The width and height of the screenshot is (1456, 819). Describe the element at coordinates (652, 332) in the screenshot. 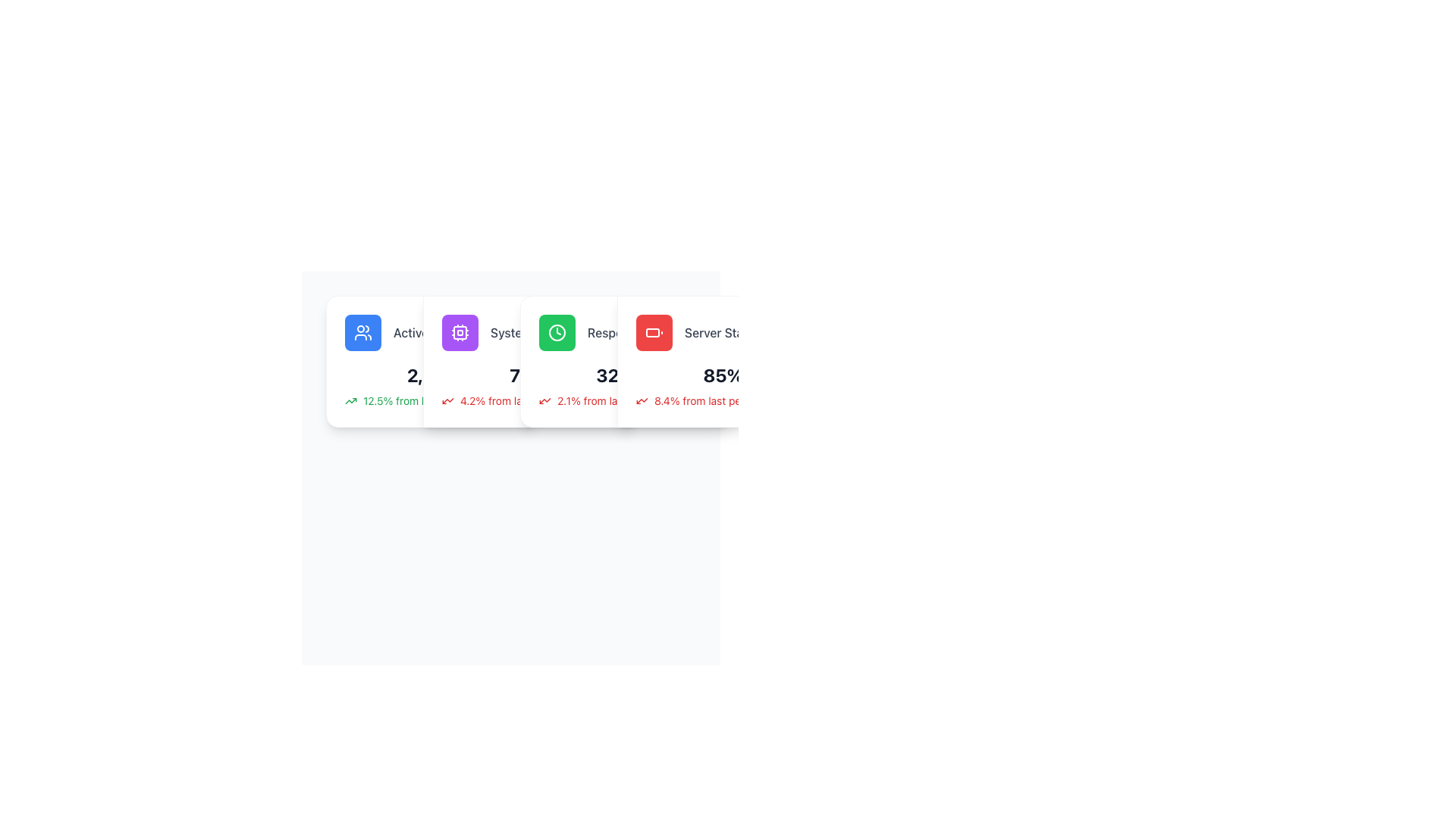

I see `the SVG rectangle representing the battery component within the icon by moving the cursor to its center point` at that location.